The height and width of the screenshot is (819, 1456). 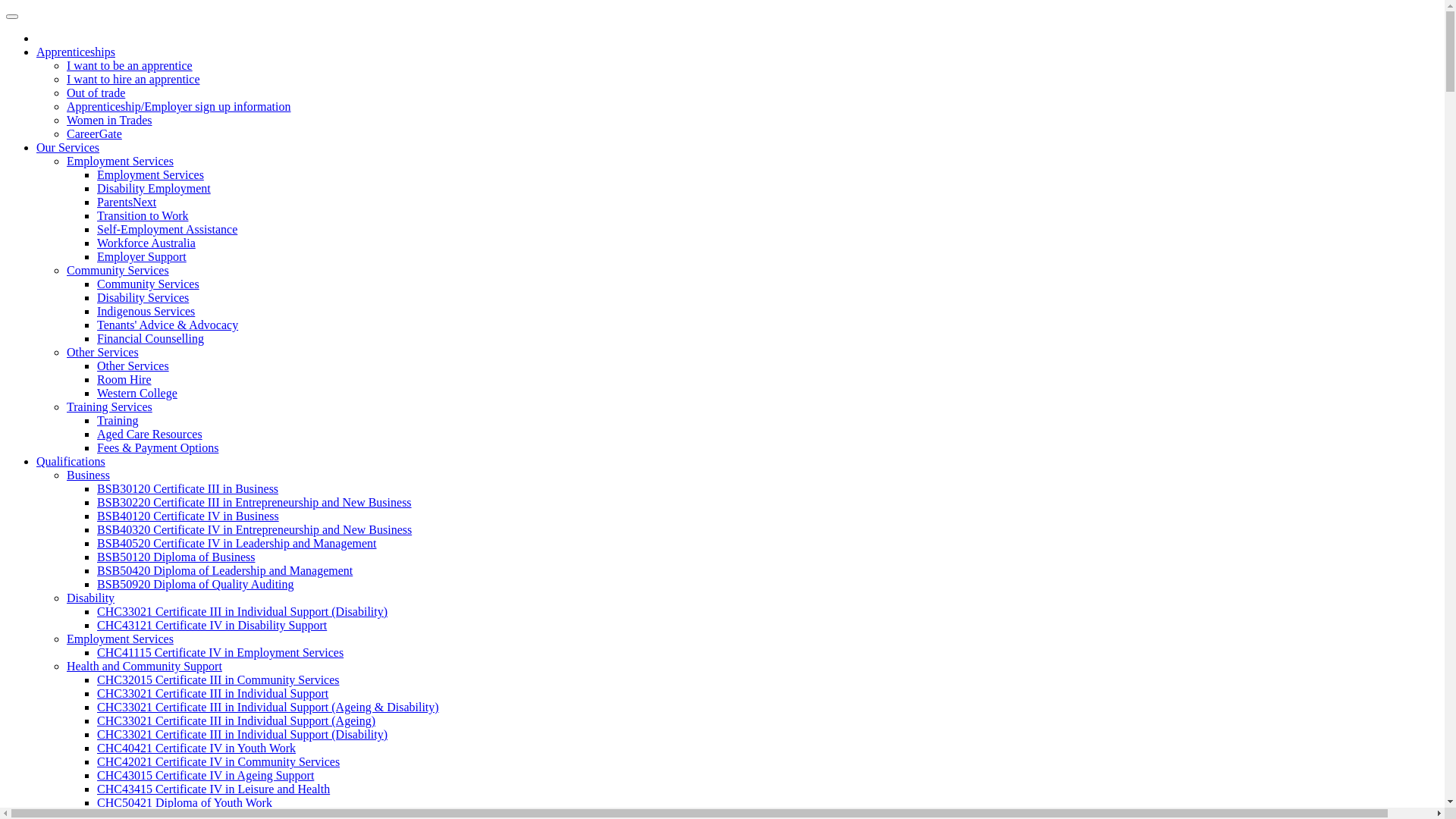 I want to click on 'Qualifications', so click(x=70, y=460).